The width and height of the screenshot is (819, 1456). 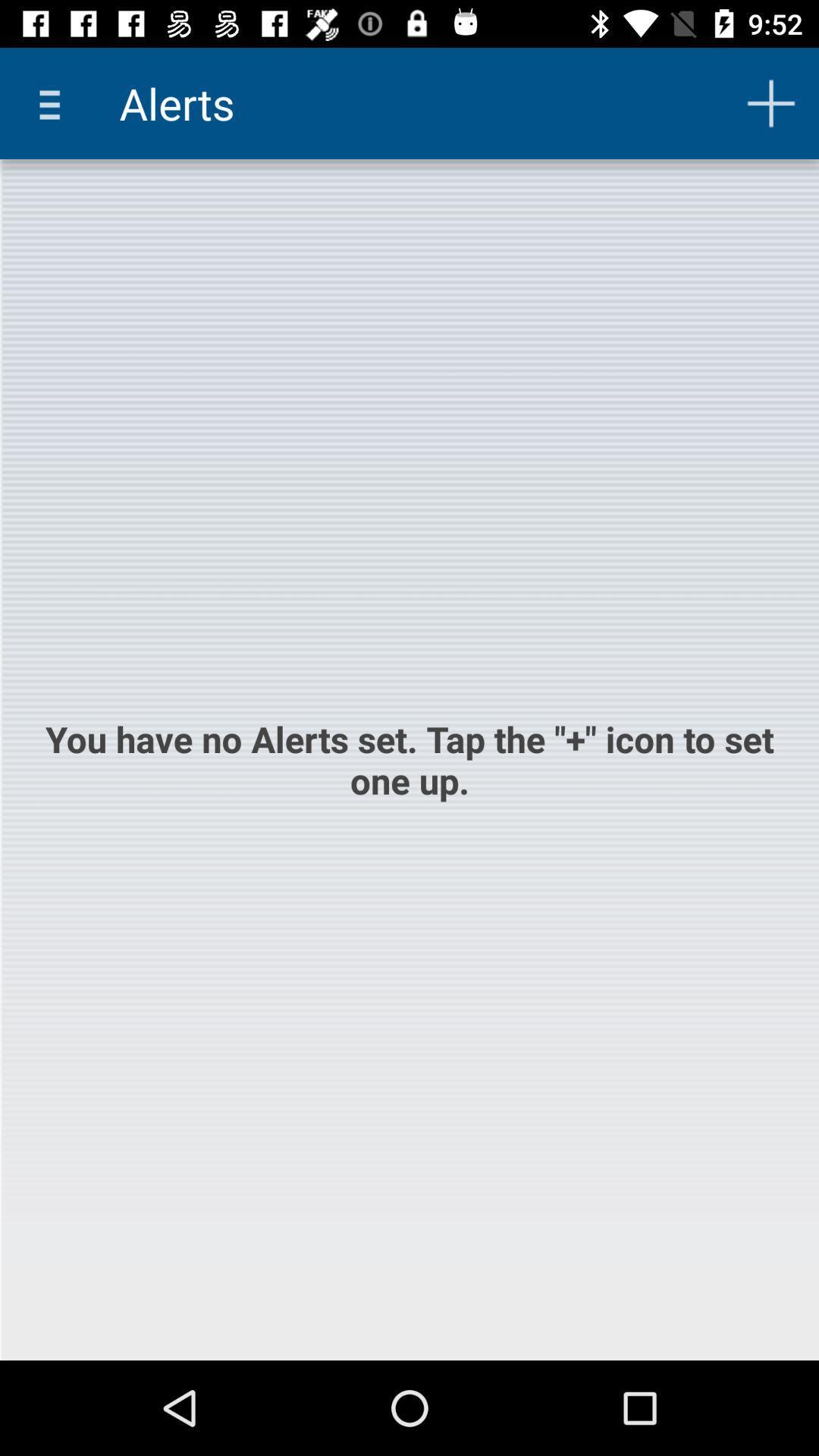 What do you see at coordinates (55, 102) in the screenshot?
I see `icon above the you have no` at bounding box center [55, 102].